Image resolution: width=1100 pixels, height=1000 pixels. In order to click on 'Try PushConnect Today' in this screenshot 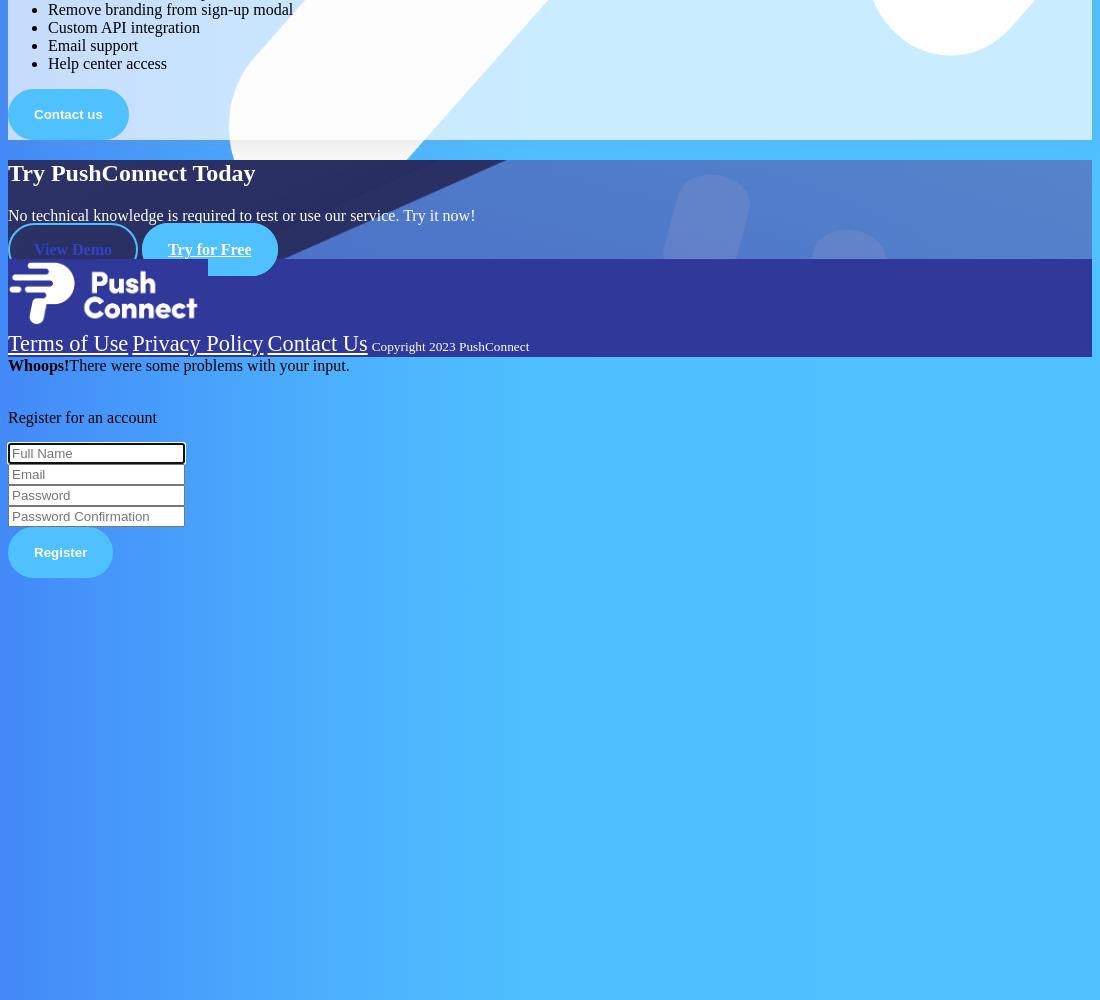, I will do `click(131, 173)`.